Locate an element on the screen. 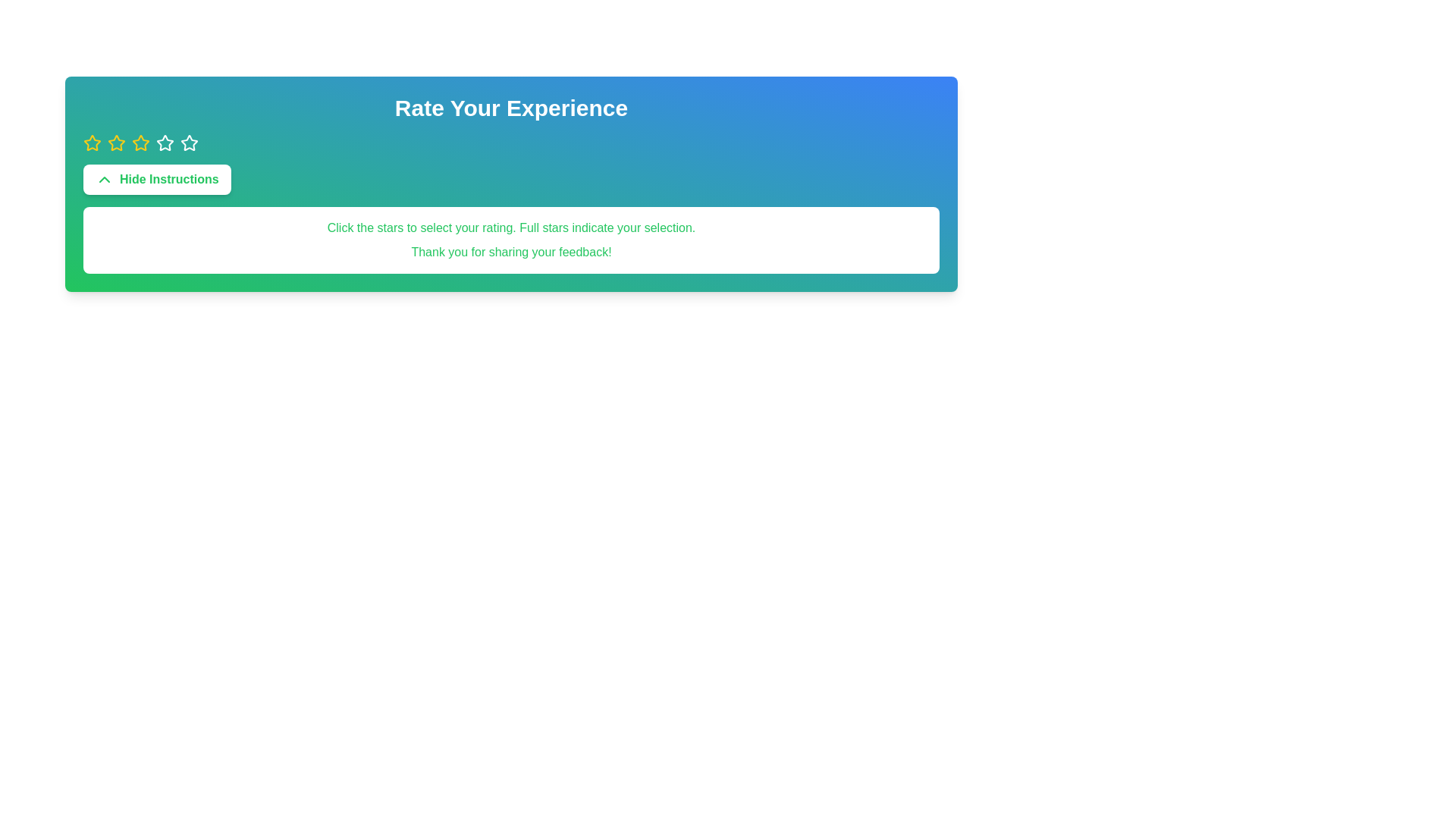 The image size is (1456, 819). the static text that acknowledges and thanks the user for providing feedback, which is positioned below another text element within a white, rounded rectangle is located at coordinates (511, 251).